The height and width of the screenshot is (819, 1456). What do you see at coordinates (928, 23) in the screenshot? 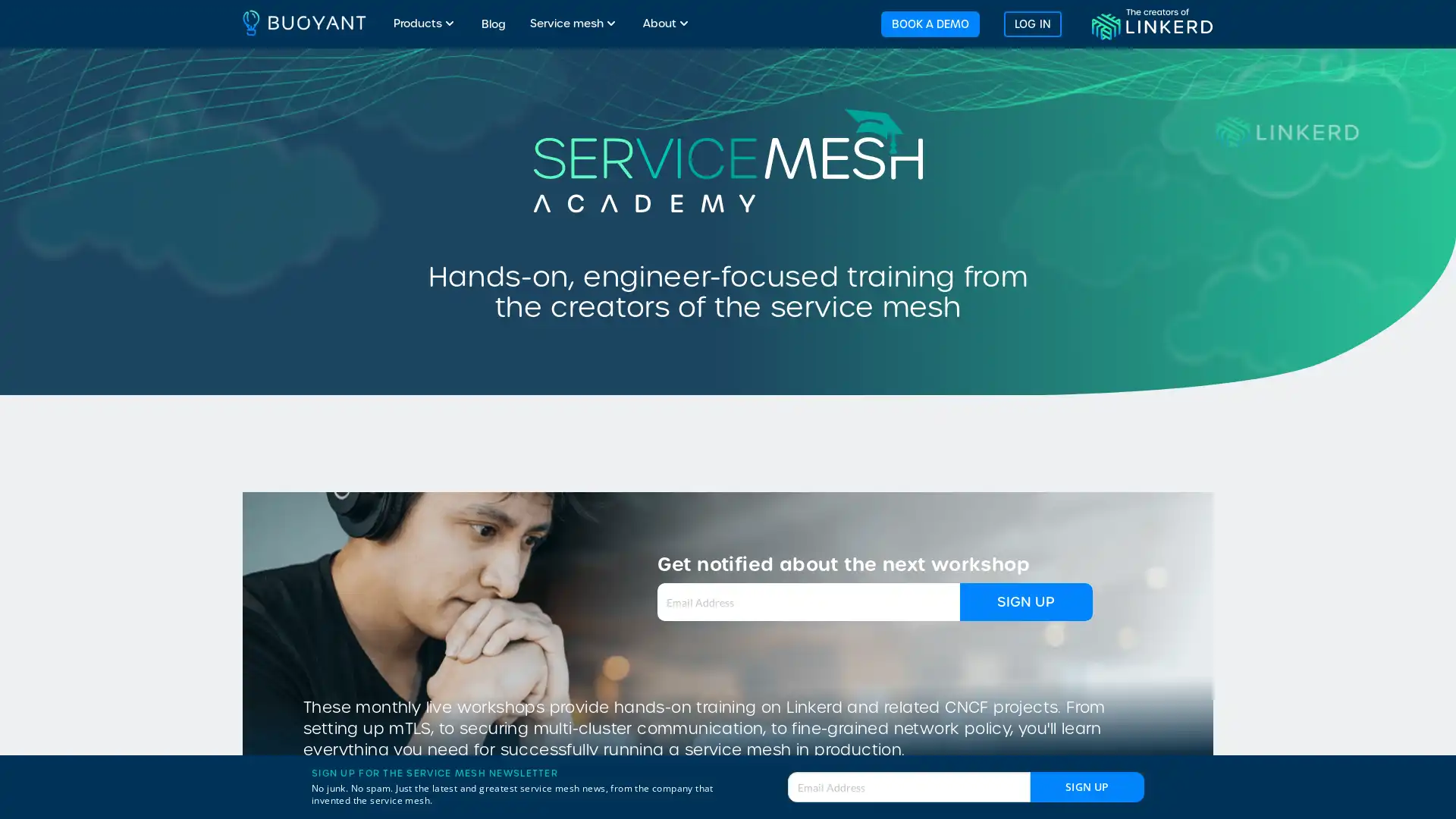
I see `BOOK A DEMO` at bounding box center [928, 23].